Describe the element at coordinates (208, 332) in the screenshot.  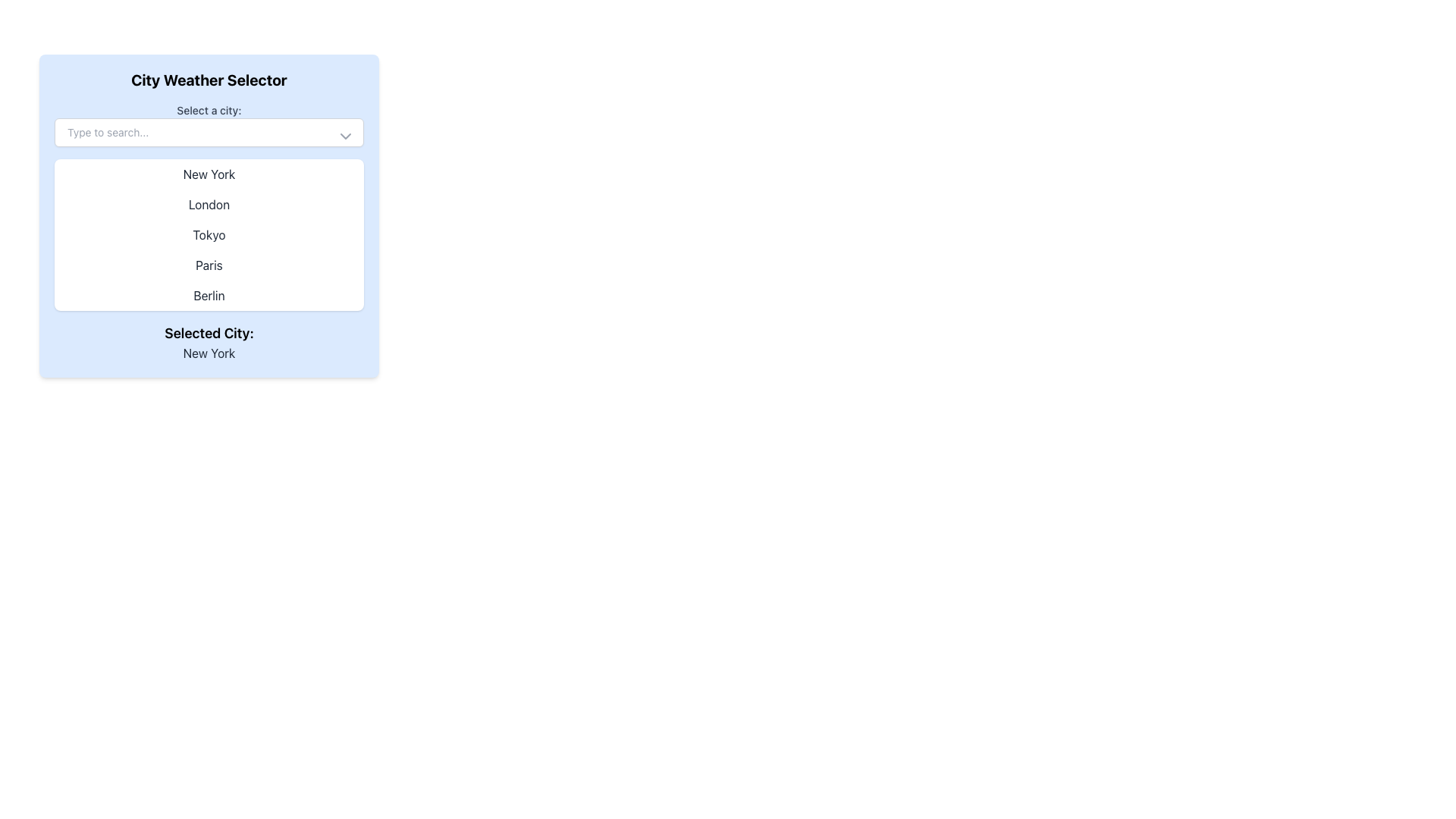
I see `the label that displays 'Selected City:' in bold black text on a light-blue background, located above the text 'New York.'` at that location.